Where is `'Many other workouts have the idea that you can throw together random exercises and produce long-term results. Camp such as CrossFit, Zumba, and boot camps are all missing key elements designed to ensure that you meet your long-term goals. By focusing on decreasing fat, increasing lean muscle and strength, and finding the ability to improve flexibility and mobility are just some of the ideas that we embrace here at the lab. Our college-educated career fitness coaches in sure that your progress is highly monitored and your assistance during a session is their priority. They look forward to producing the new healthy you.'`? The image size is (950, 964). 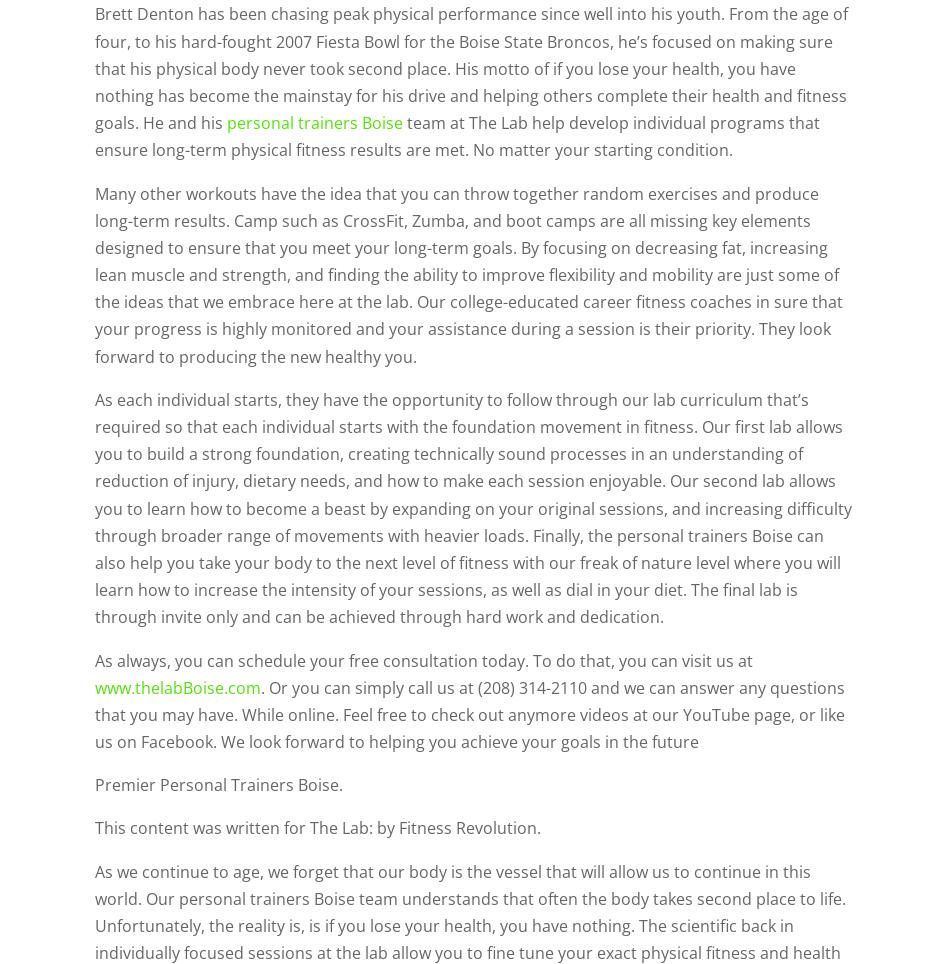
'Many other workouts have the idea that you can throw together random exercises and produce long-term results. Camp such as CrossFit, Zumba, and boot camps are all missing key elements designed to ensure that you meet your long-term goals. By focusing on decreasing fat, increasing lean muscle and strength, and finding the ability to improve flexibility and mobility are just some of the ideas that we embrace here at the lab. Our college-educated career fitness coaches in sure that your progress is highly monitored and your assistance during a session is their priority. They look forward to producing the new healthy you.' is located at coordinates (468, 273).